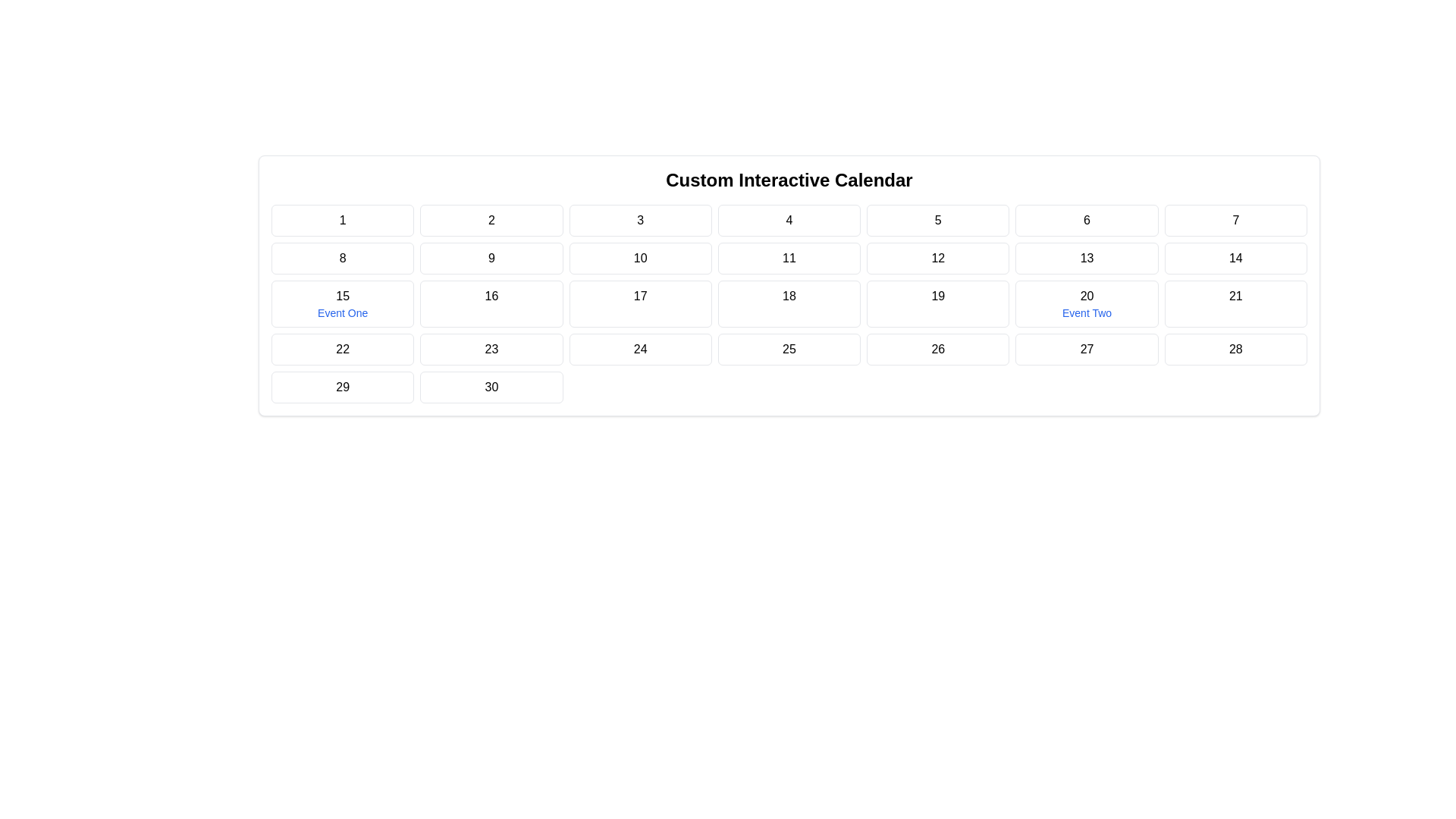  Describe the element at coordinates (789, 350) in the screenshot. I see `the button-like calendar date cell representing the 25th date in the calendar interface` at that location.